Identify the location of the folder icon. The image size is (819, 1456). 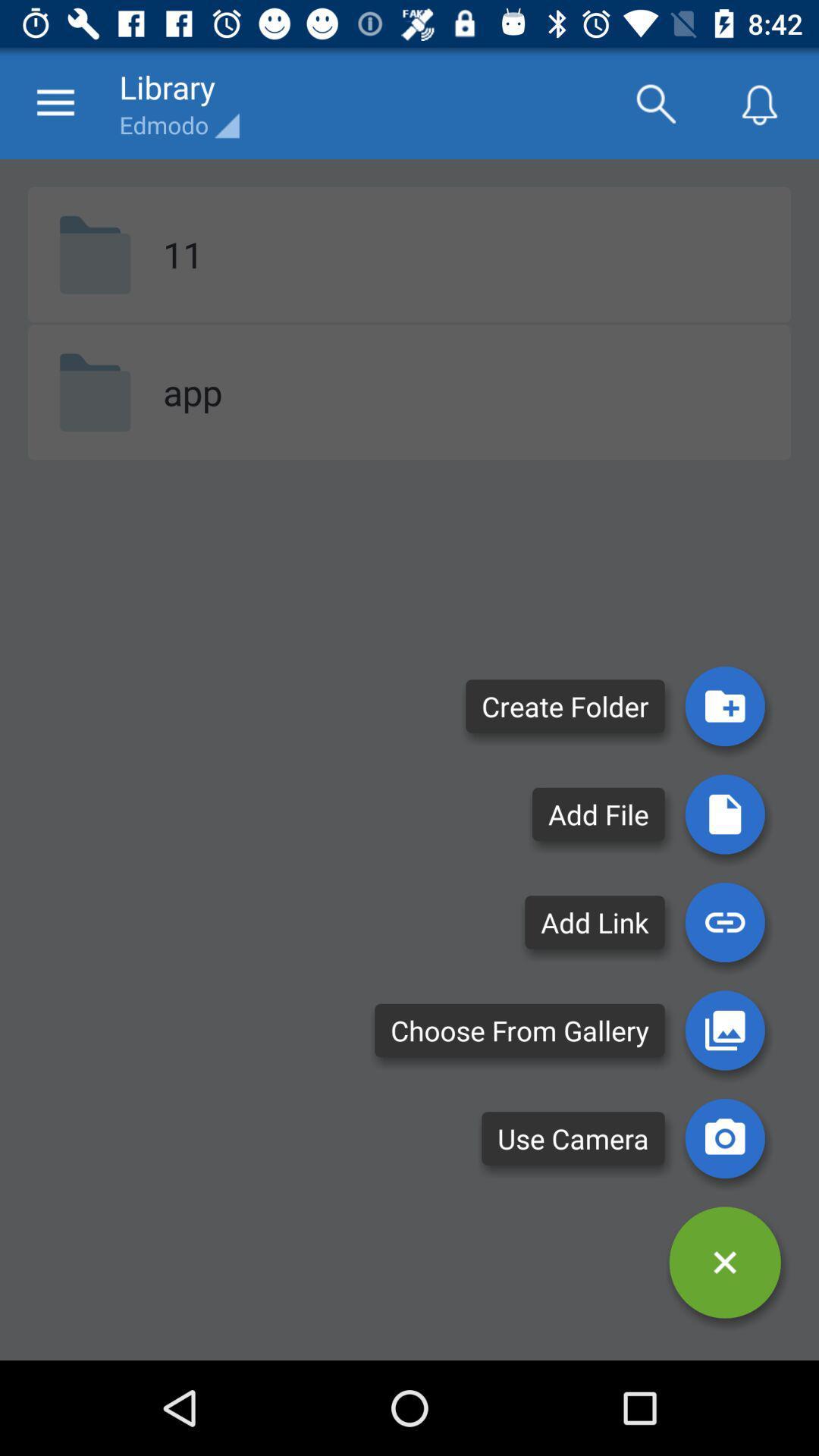
(724, 705).